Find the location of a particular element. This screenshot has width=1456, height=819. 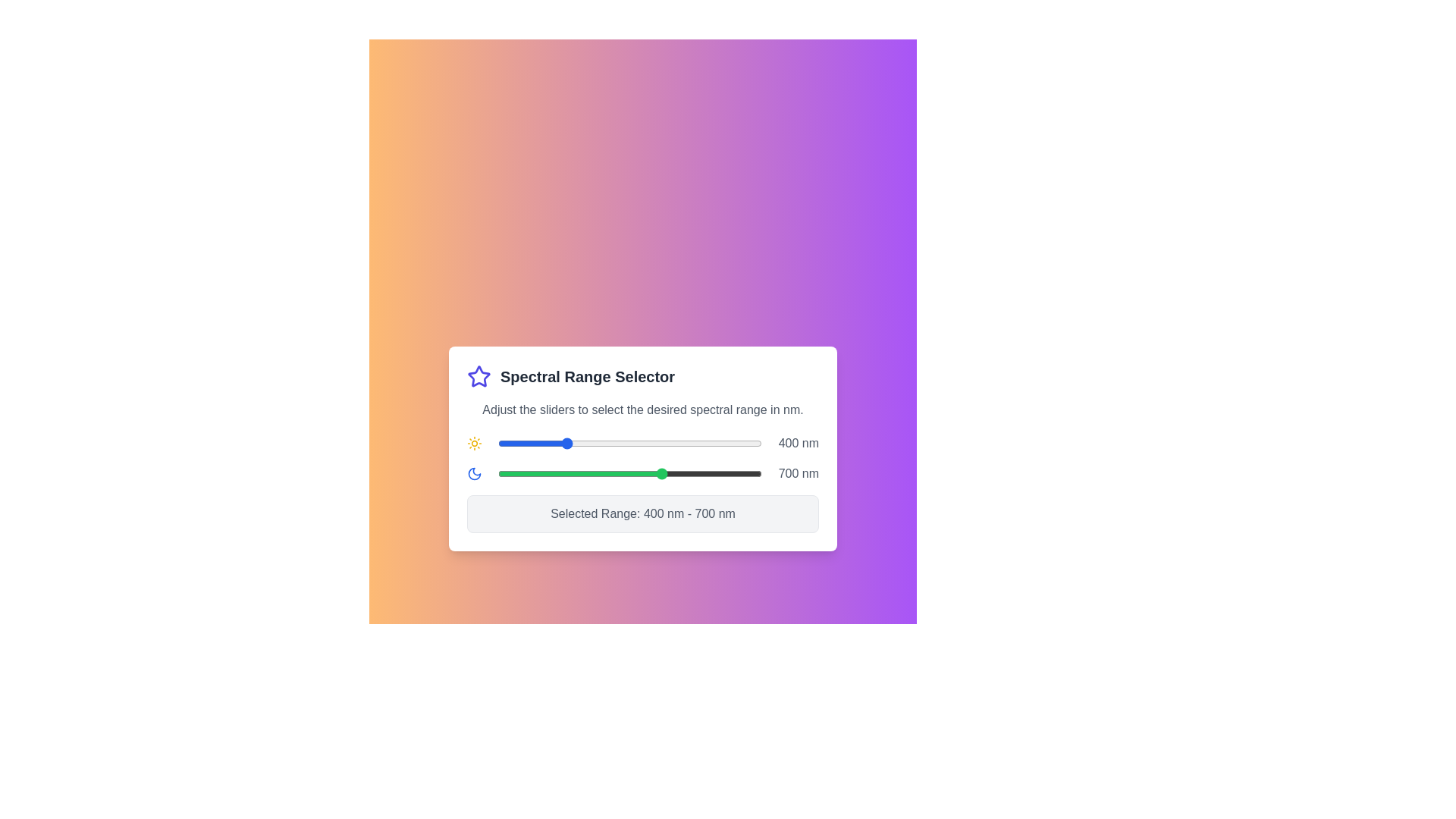

the title 'Spectral Range Selector' to interact with it is located at coordinates (643, 376).